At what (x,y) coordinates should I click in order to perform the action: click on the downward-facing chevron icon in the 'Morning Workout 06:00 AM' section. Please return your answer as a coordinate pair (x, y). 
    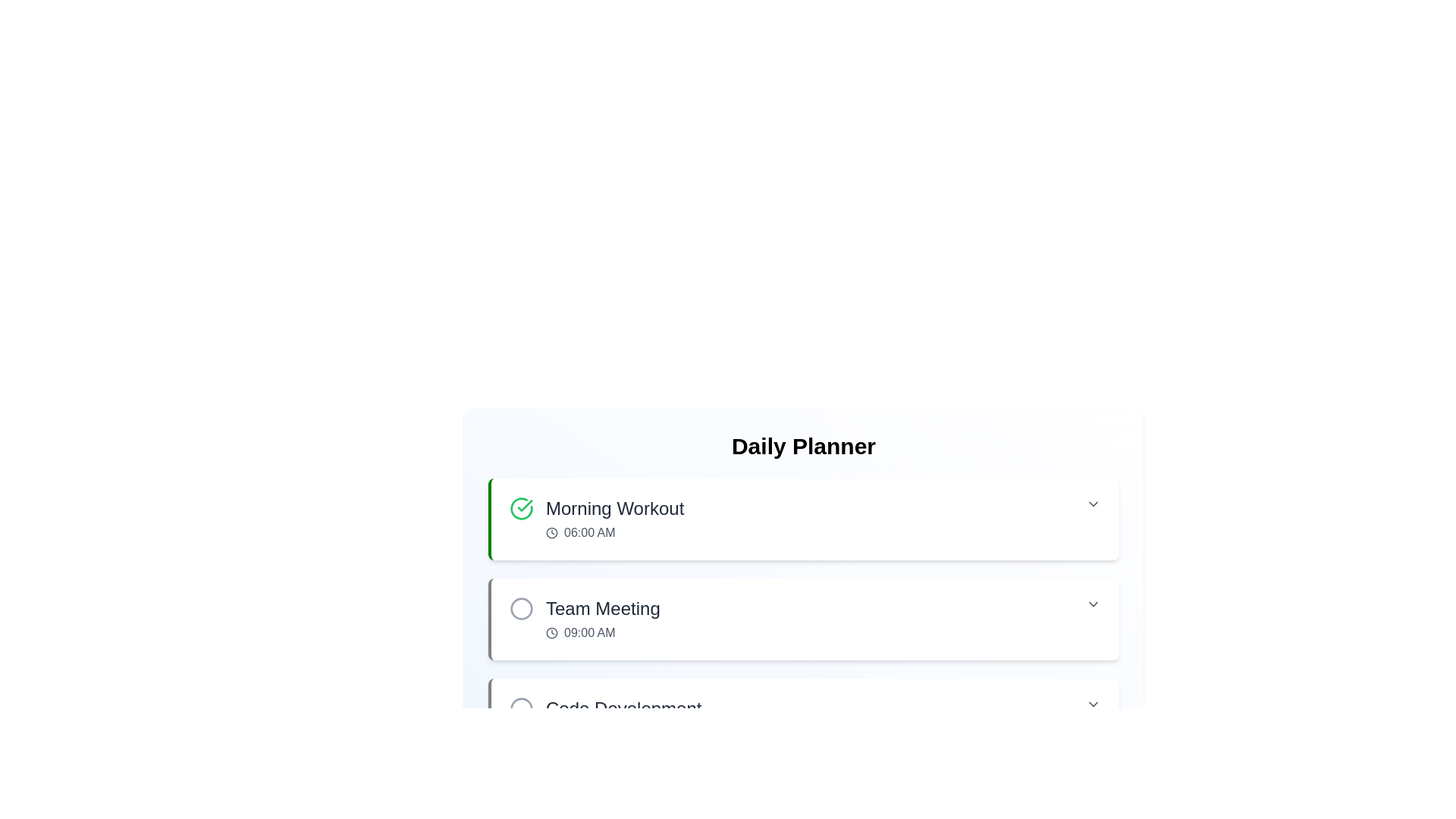
    Looking at the image, I should click on (1093, 504).